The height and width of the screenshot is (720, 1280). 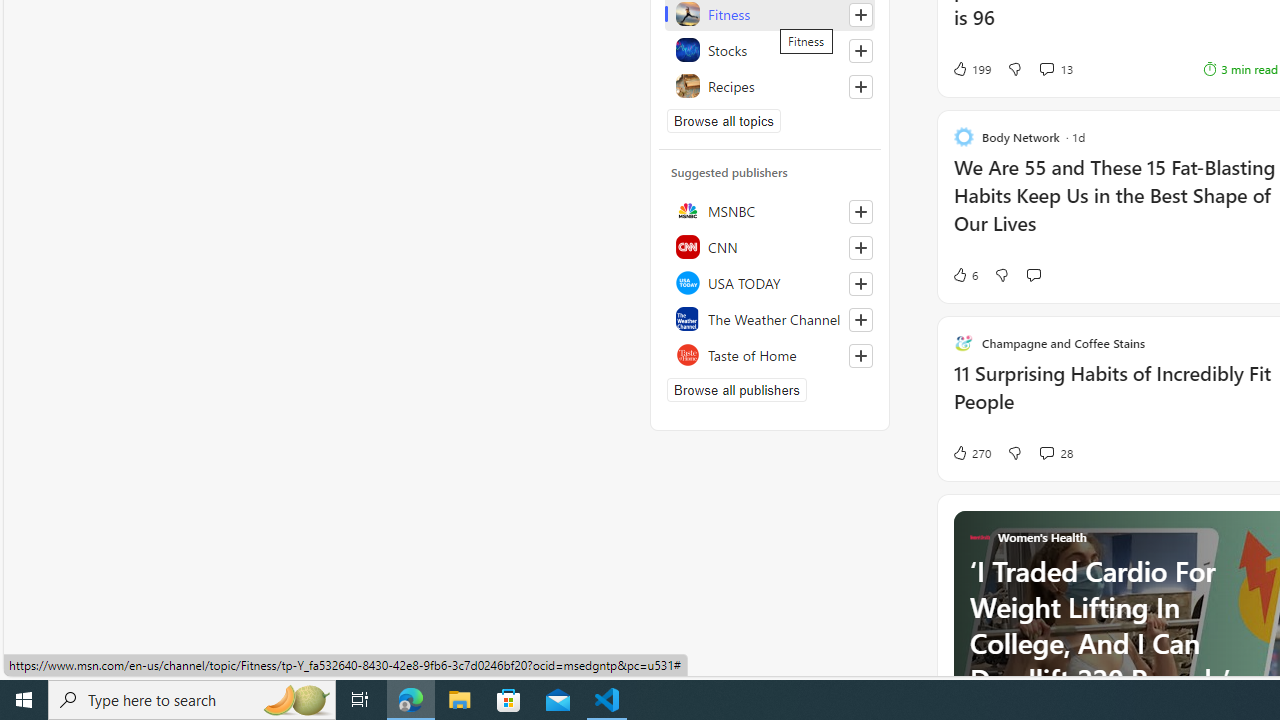 What do you see at coordinates (723, 120) in the screenshot?
I see `'Browse all topics'` at bounding box center [723, 120].